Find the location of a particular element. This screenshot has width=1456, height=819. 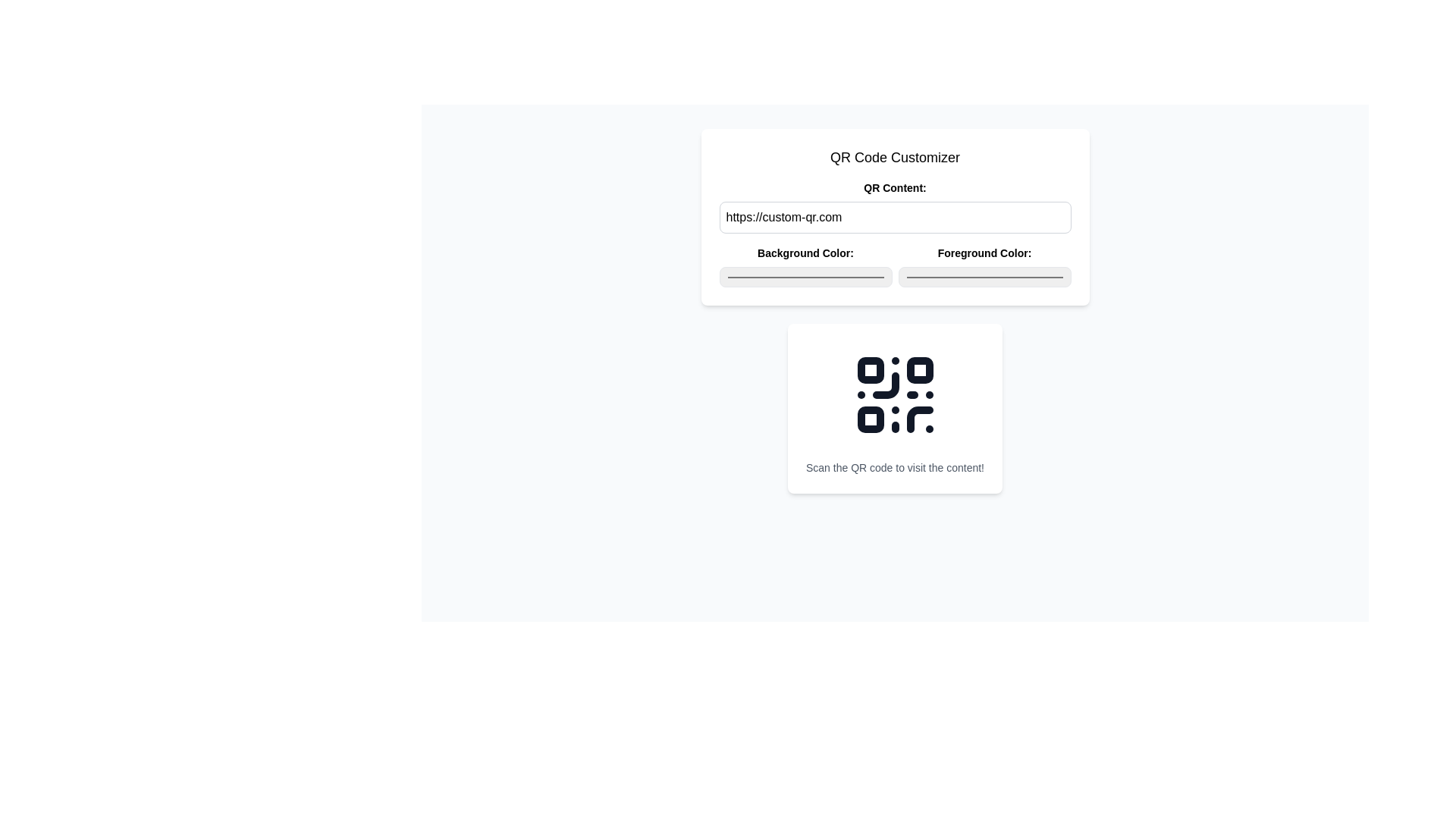

the QR code display section containing the QR code and the text 'Scan the QR code to visit the content!' by clicking on its center point is located at coordinates (895, 408).